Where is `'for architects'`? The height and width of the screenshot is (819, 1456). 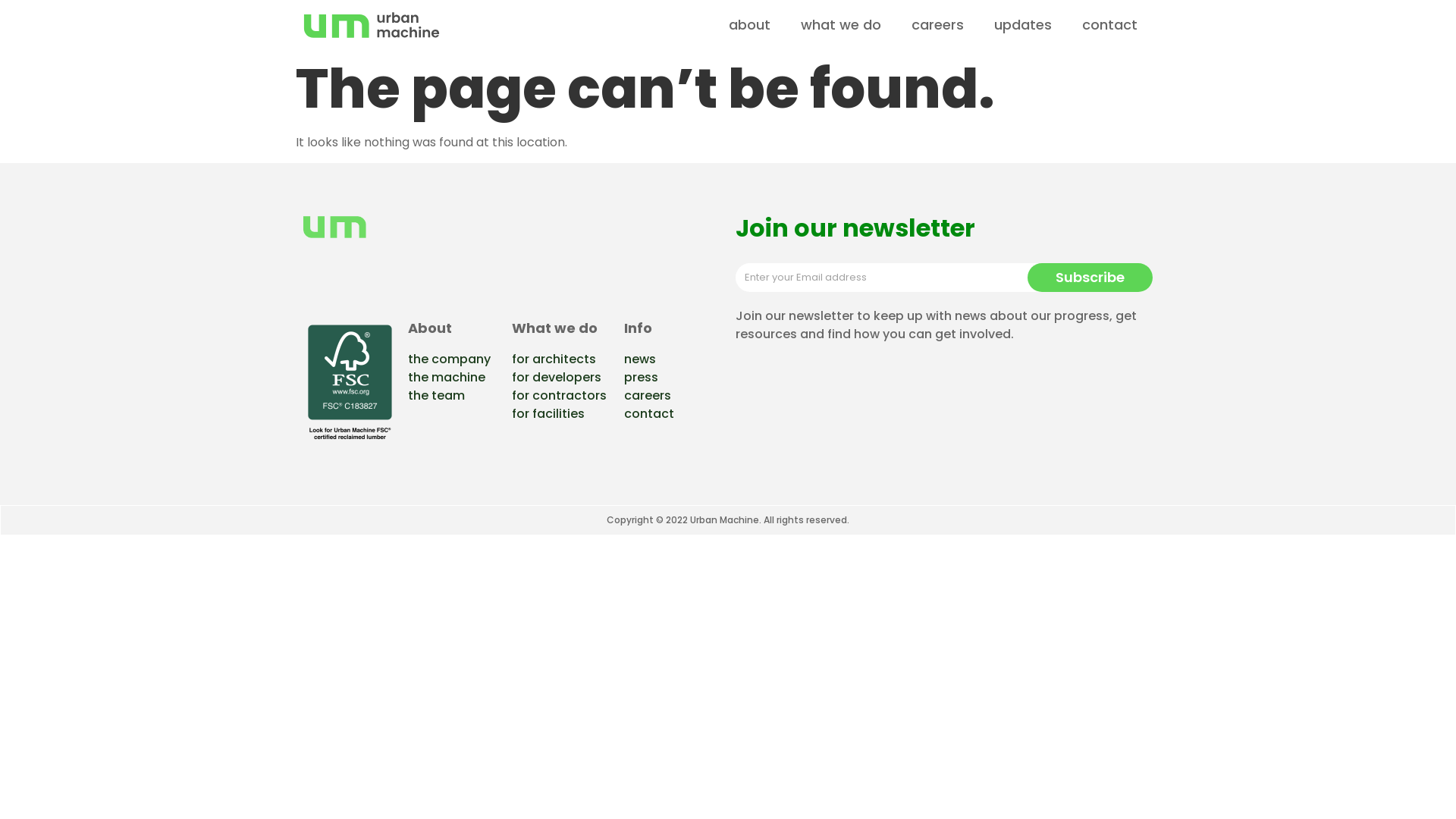
'for architects' is located at coordinates (553, 359).